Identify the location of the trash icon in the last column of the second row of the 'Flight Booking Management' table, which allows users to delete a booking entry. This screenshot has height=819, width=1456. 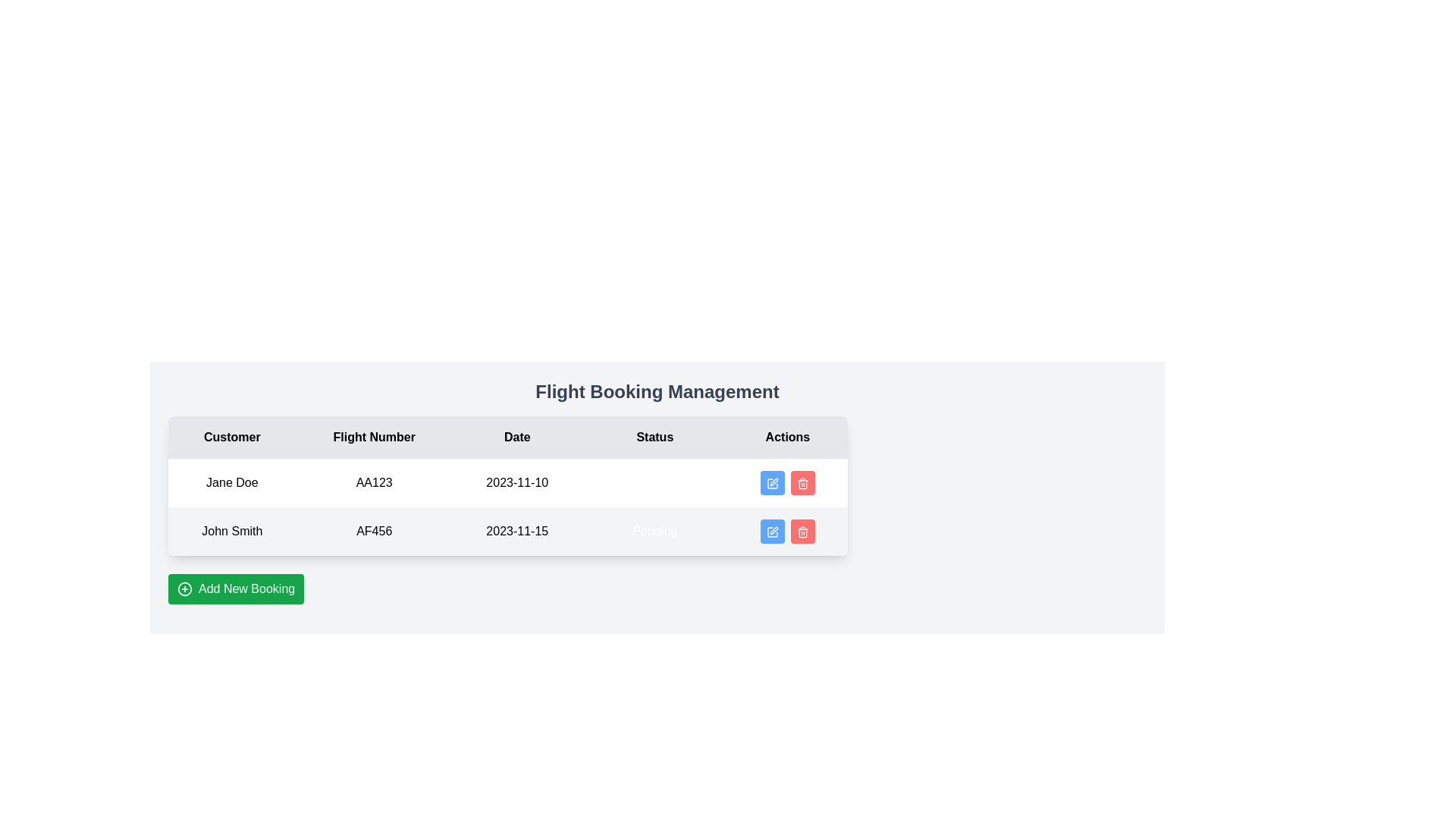
(802, 485).